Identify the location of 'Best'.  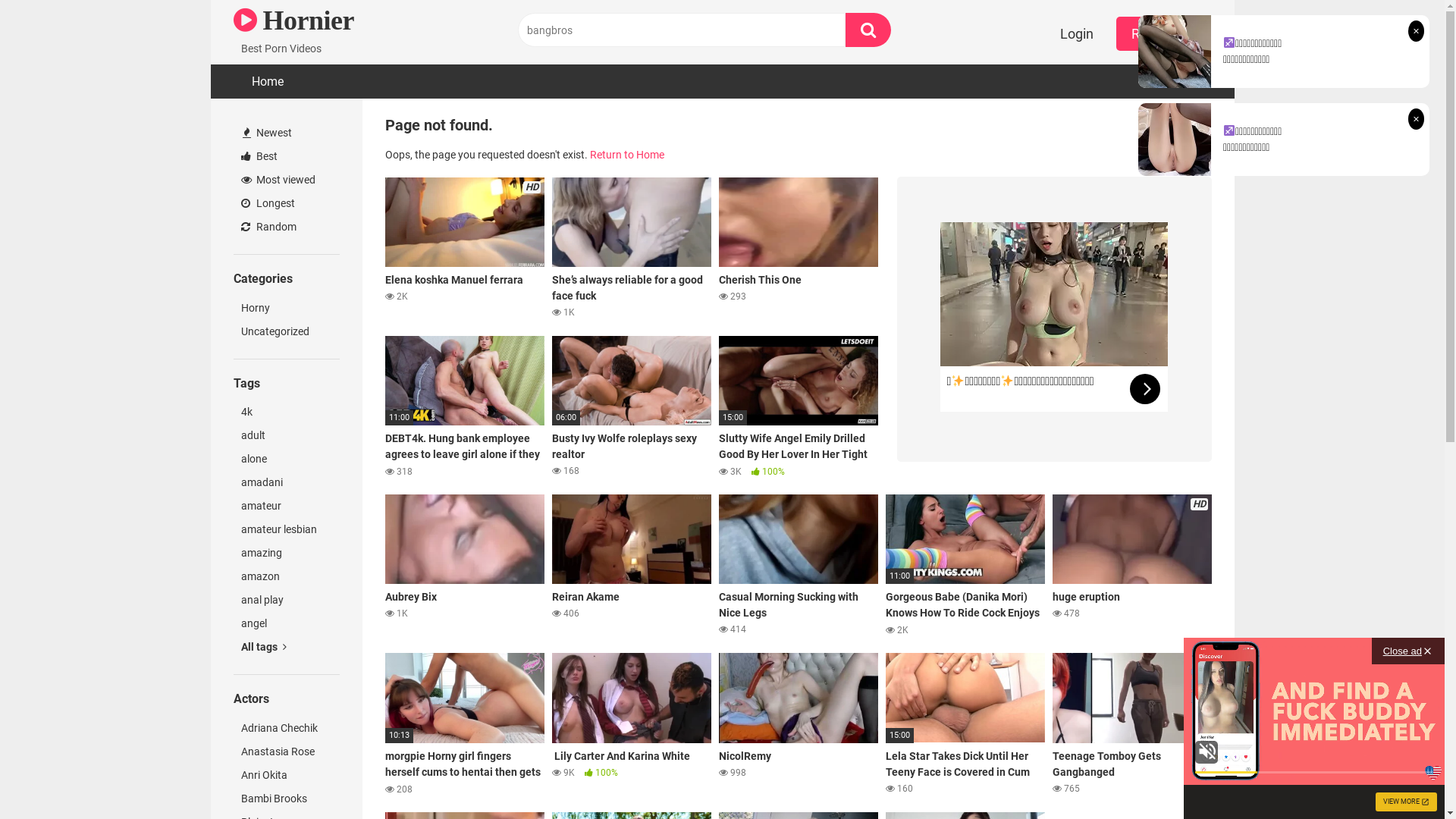
(287, 156).